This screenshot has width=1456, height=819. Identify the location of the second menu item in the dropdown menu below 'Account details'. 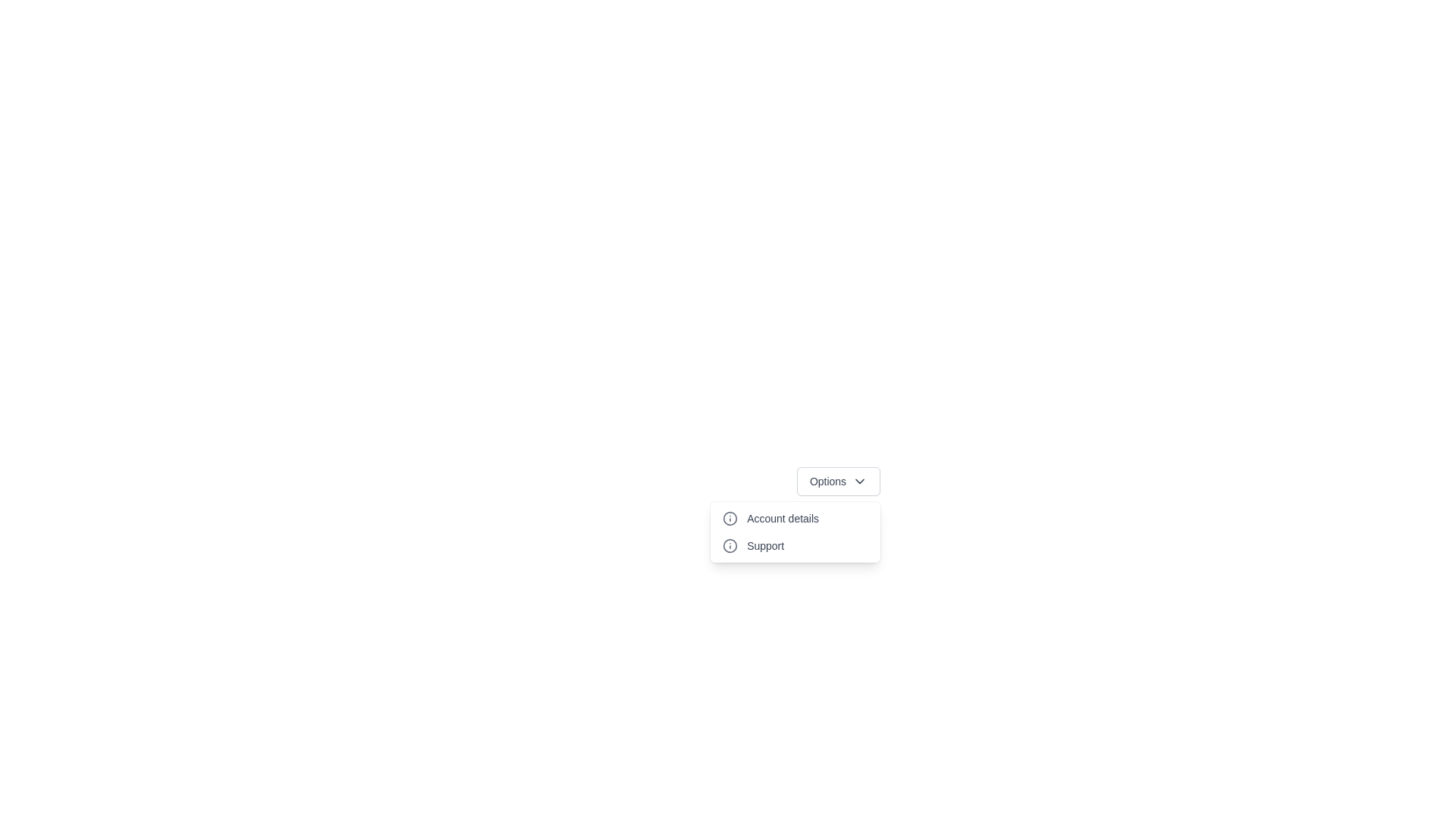
(795, 546).